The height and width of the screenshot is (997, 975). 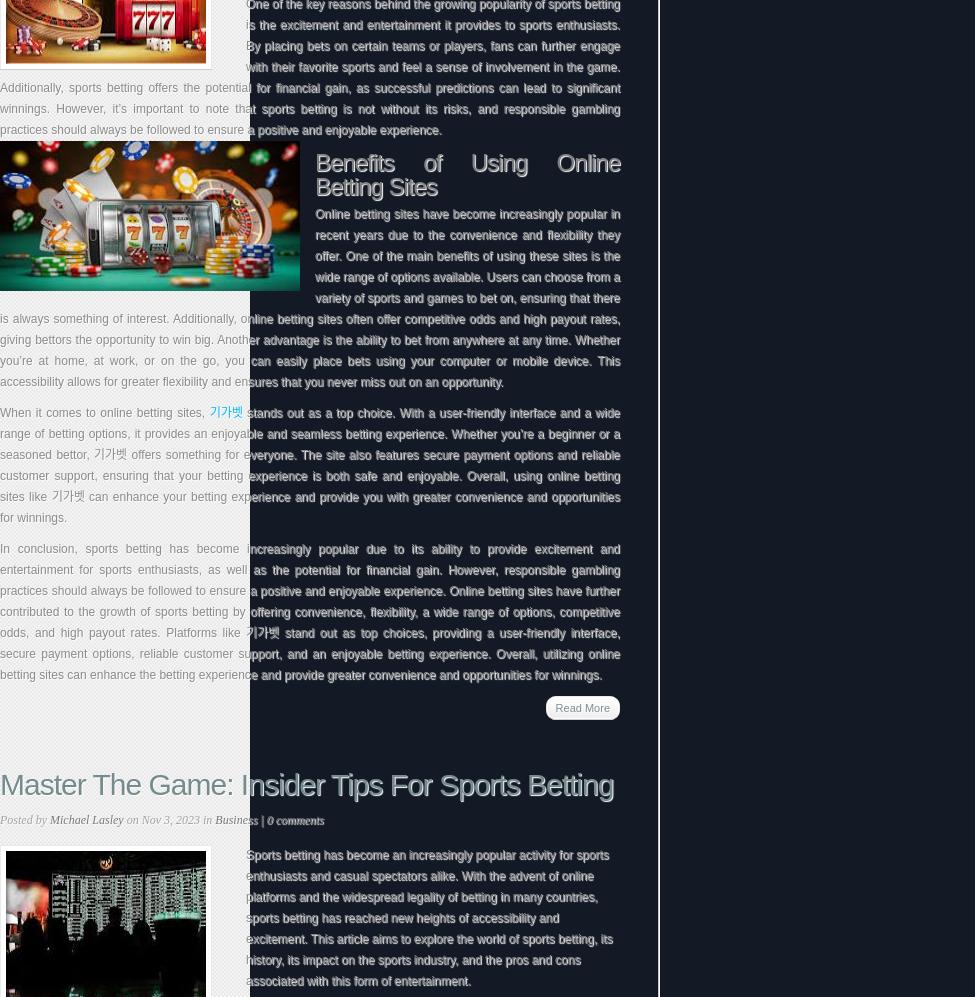 What do you see at coordinates (308, 298) in the screenshot?
I see `'Online betting sites have become increasingly popular in recent years due to the convenience and flexibility they offer. One of the main benefits of using these sites is the wide range of options available. Users can choose from a variety of sports and games to bet on, ensuring that there is always something of interest. Additionally, online betting sites often offer competitive odds and high payout rates, giving bettors the opportunity to win big. Another advantage is the ability to bet from anywhere at any time. Whether you’re at home, at work, or on the go, you can easily place bets using your computer or mobile device. This accessibility allows for greater flexibility and ensures that you never miss out on an opportunity.'` at bounding box center [308, 298].